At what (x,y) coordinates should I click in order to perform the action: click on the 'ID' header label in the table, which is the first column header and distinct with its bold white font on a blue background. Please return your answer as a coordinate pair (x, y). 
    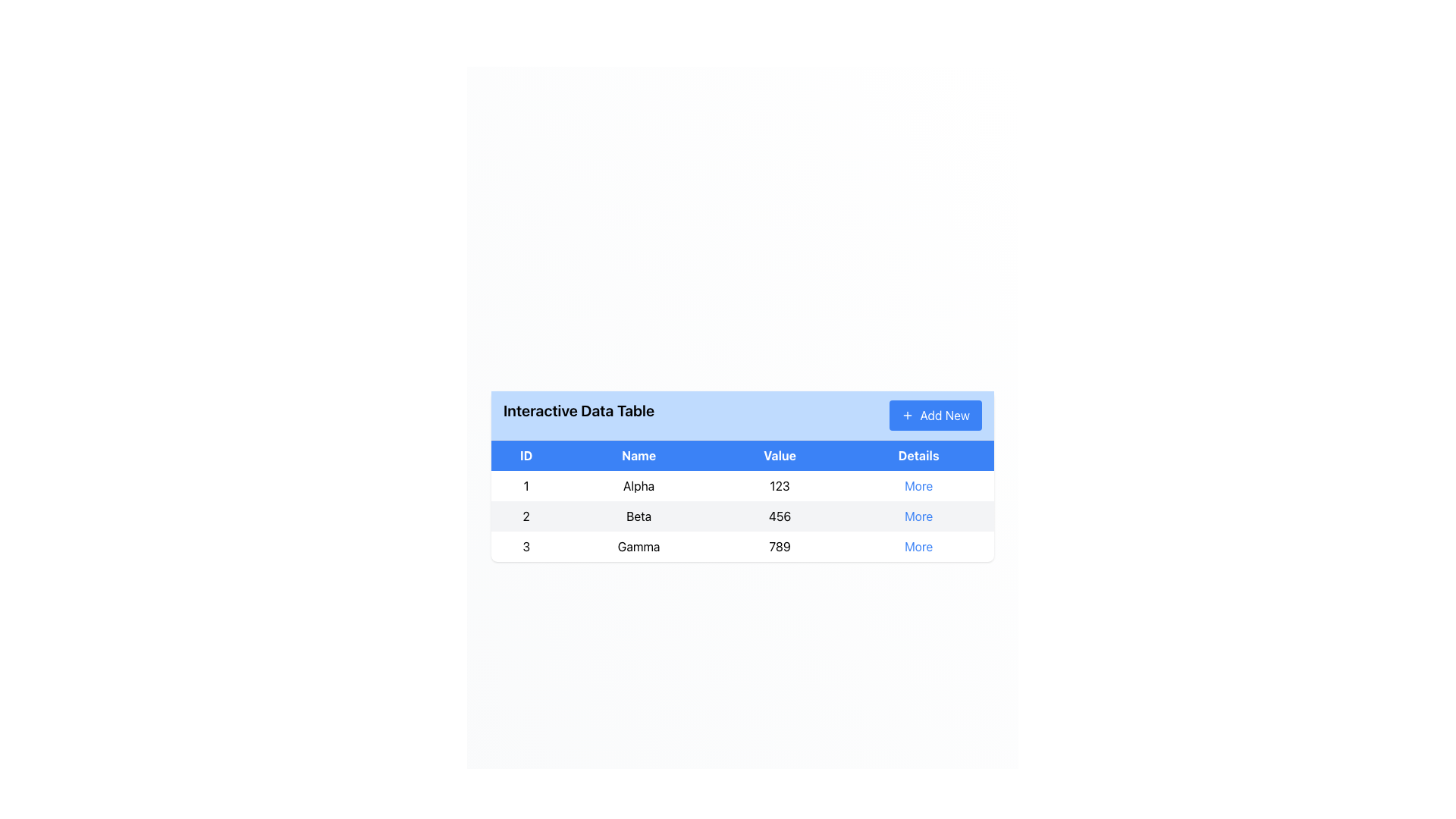
    Looking at the image, I should click on (526, 454).